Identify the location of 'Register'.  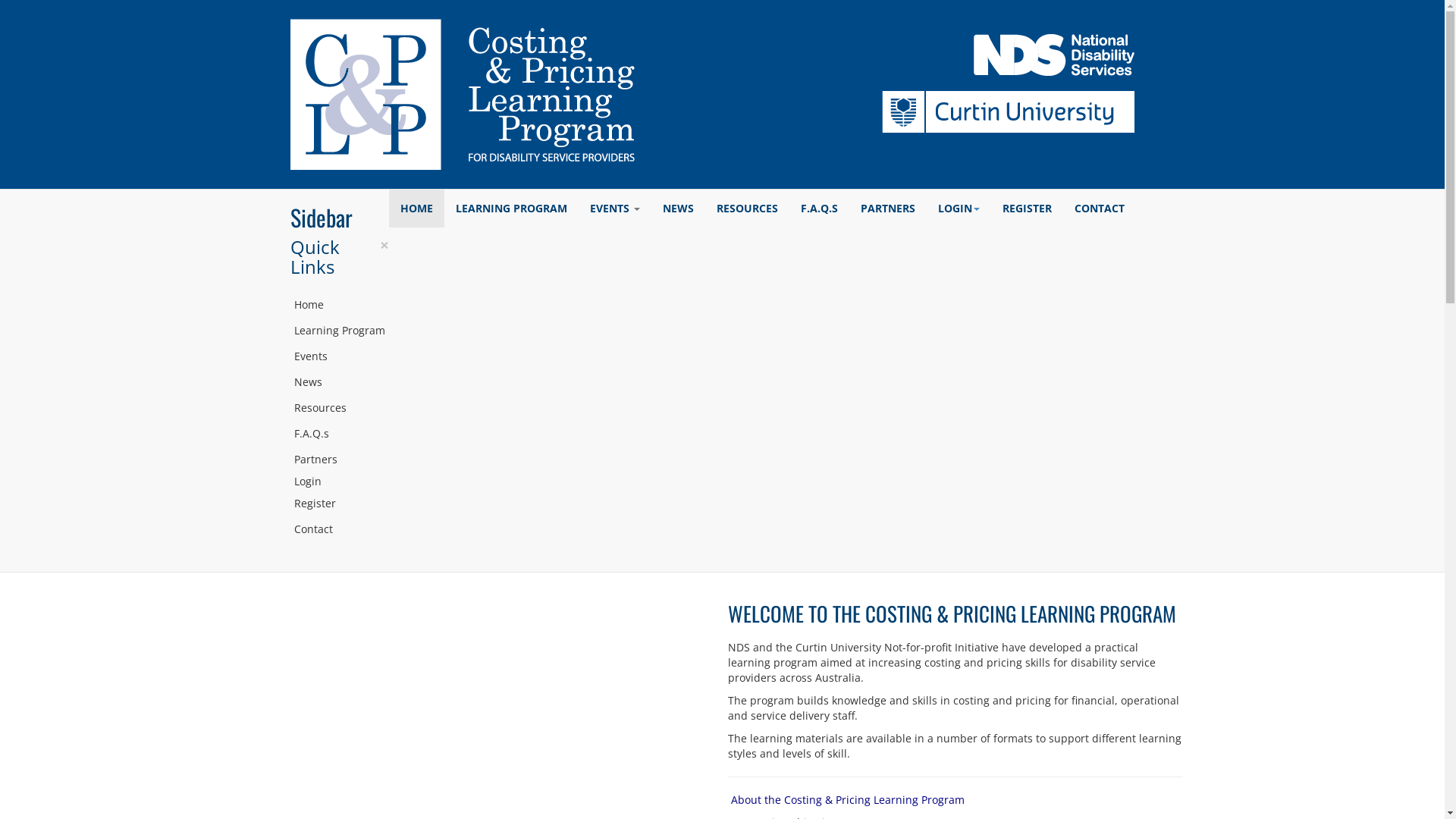
(337, 503).